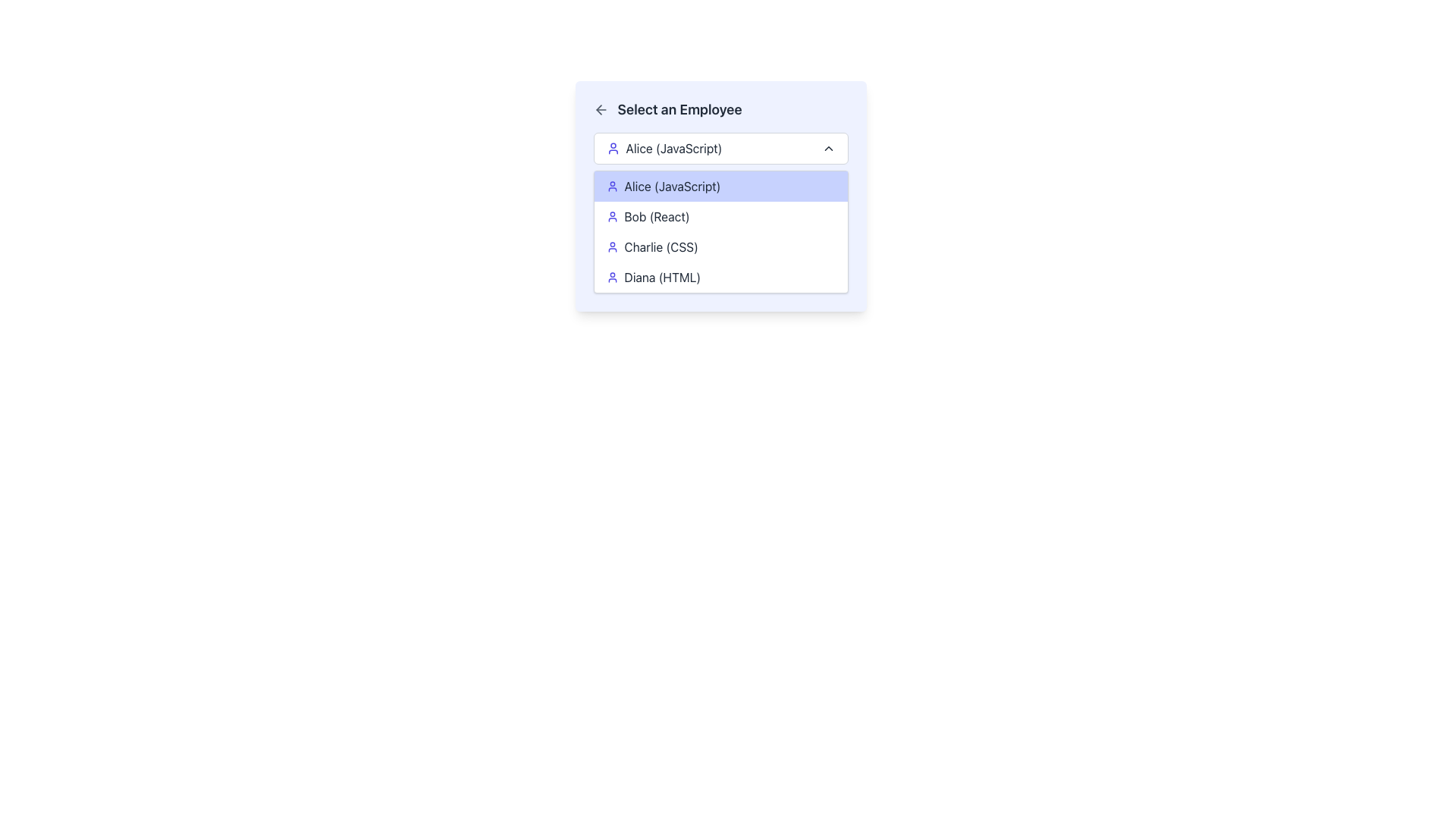  Describe the element at coordinates (613, 149) in the screenshot. I see `the user profile icon located to the left of the text 'Alice (JavaScript)' in the dropdown menu titled 'Select an Employee'` at that location.